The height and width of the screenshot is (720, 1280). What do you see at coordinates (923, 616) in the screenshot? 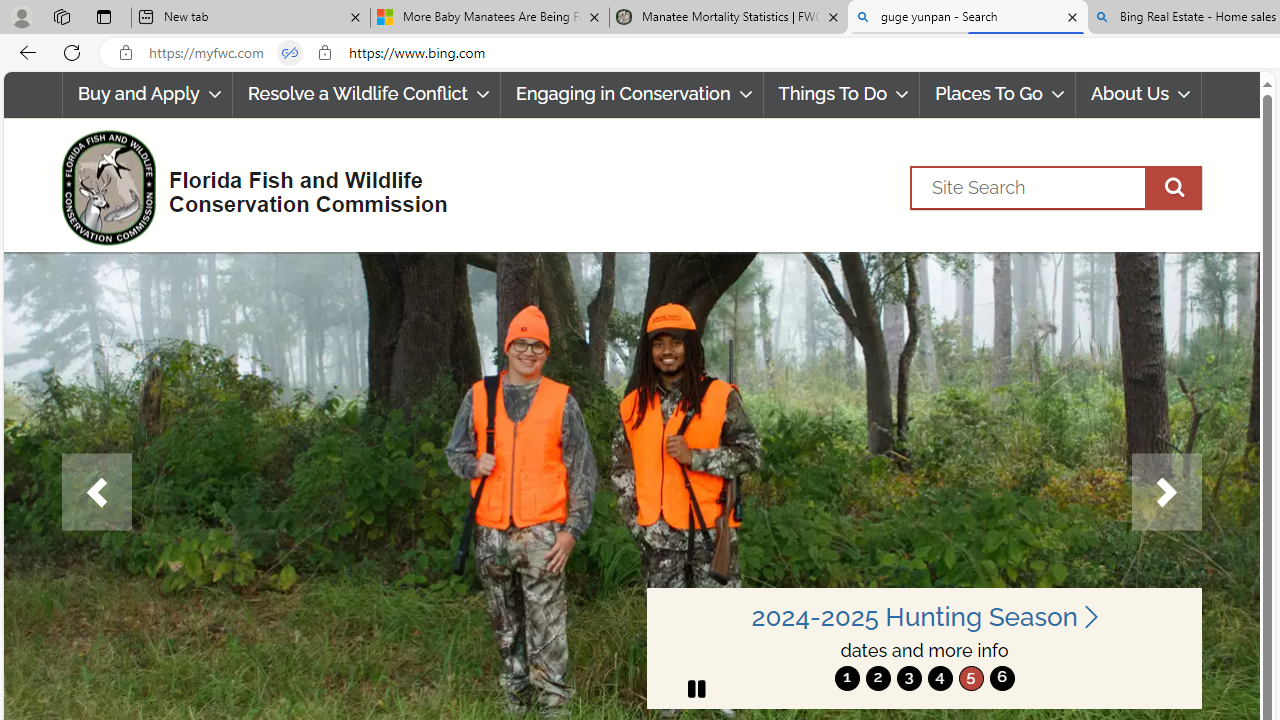
I see `'2024-2025 Hunting Season '` at bounding box center [923, 616].